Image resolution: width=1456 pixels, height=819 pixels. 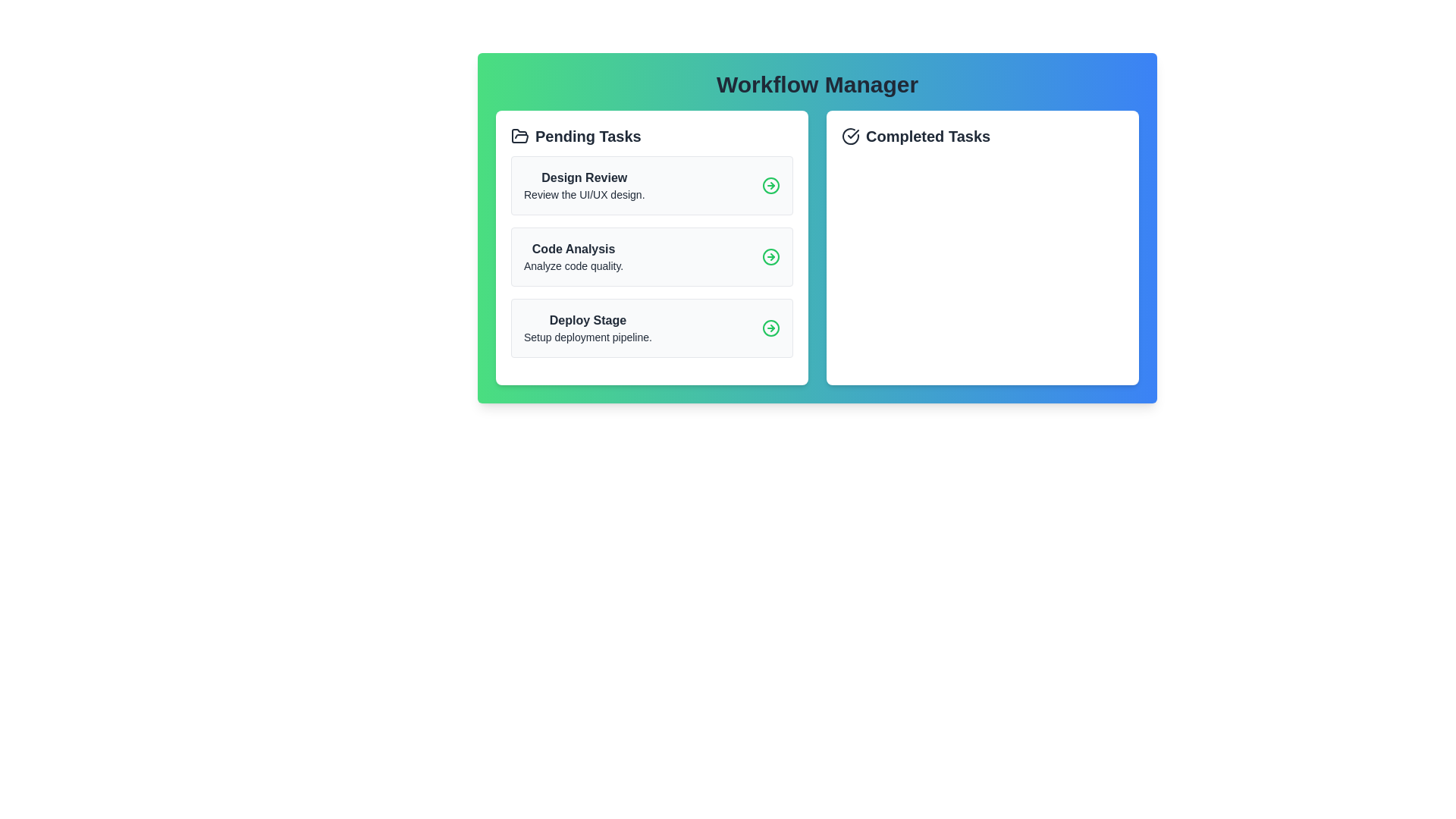 What do you see at coordinates (573, 256) in the screenshot?
I see `the second item in the 'Pending Tasks' list of the Workflow Manager interface, which displays information about the 'Code Analysis' task` at bounding box center [573, 256].